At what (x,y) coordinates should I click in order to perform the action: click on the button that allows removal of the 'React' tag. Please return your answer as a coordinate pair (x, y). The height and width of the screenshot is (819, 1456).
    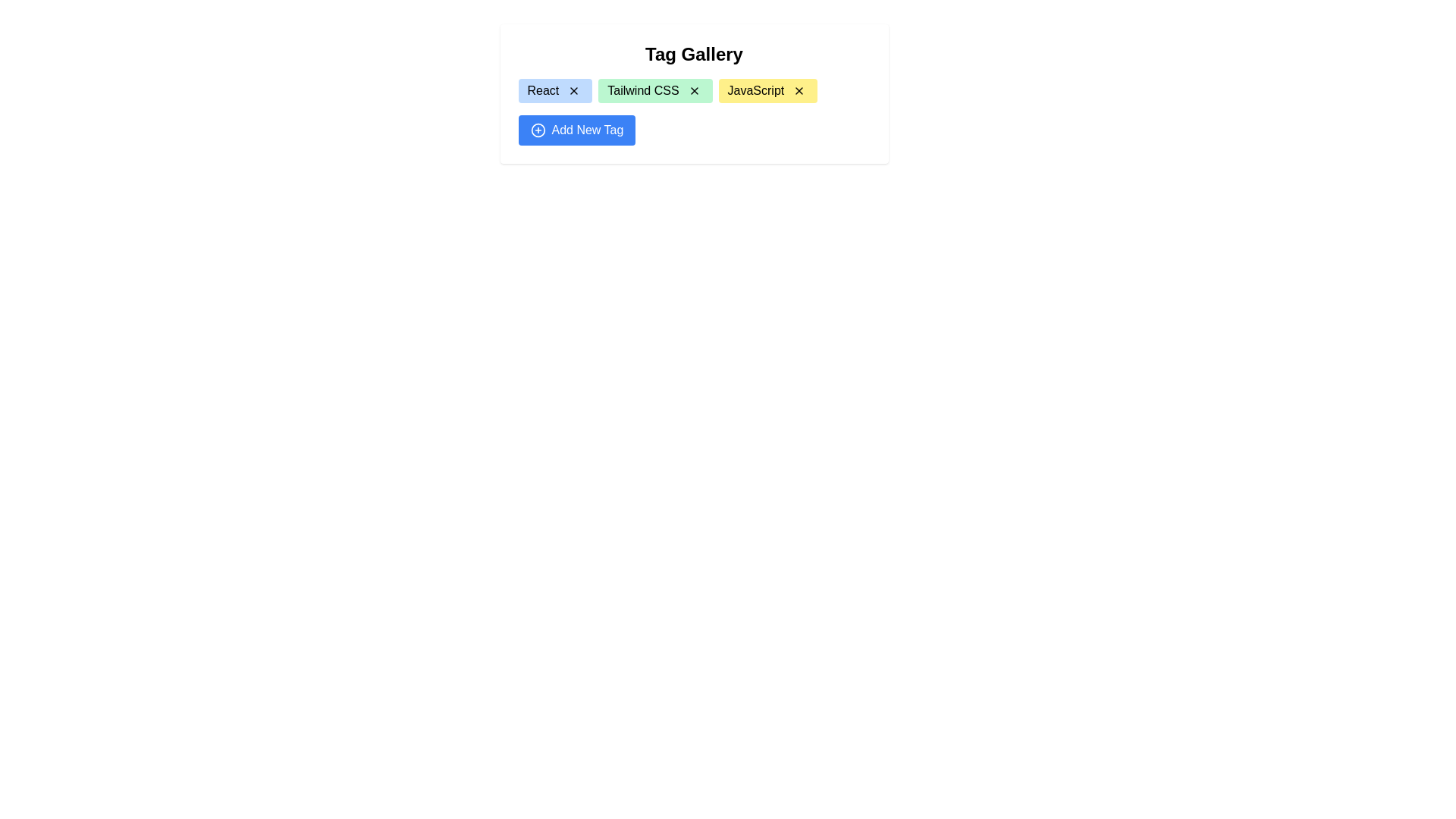
    Looking at the image, I should click on (573, 90).